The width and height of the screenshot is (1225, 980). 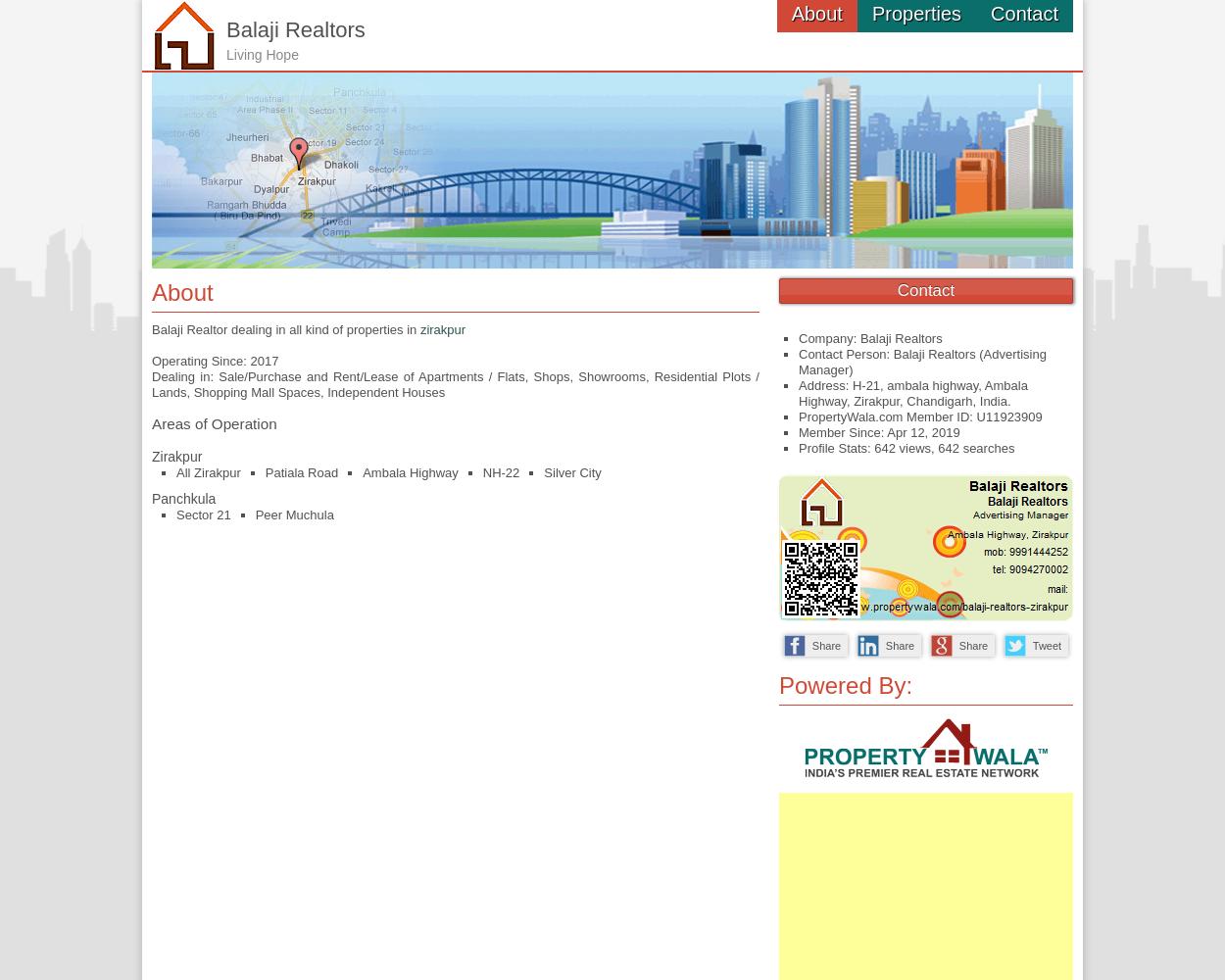 What do you see at coordinates (455, 383) in the screenshot?
I see `'Sale/Purchase and Rent/Lease of  Apartments / Flats, Shops, Showrooms, Residential Plots / Lands, Shopping Mall Spaces, Independent Houses'` at bounding box center [455, 383].